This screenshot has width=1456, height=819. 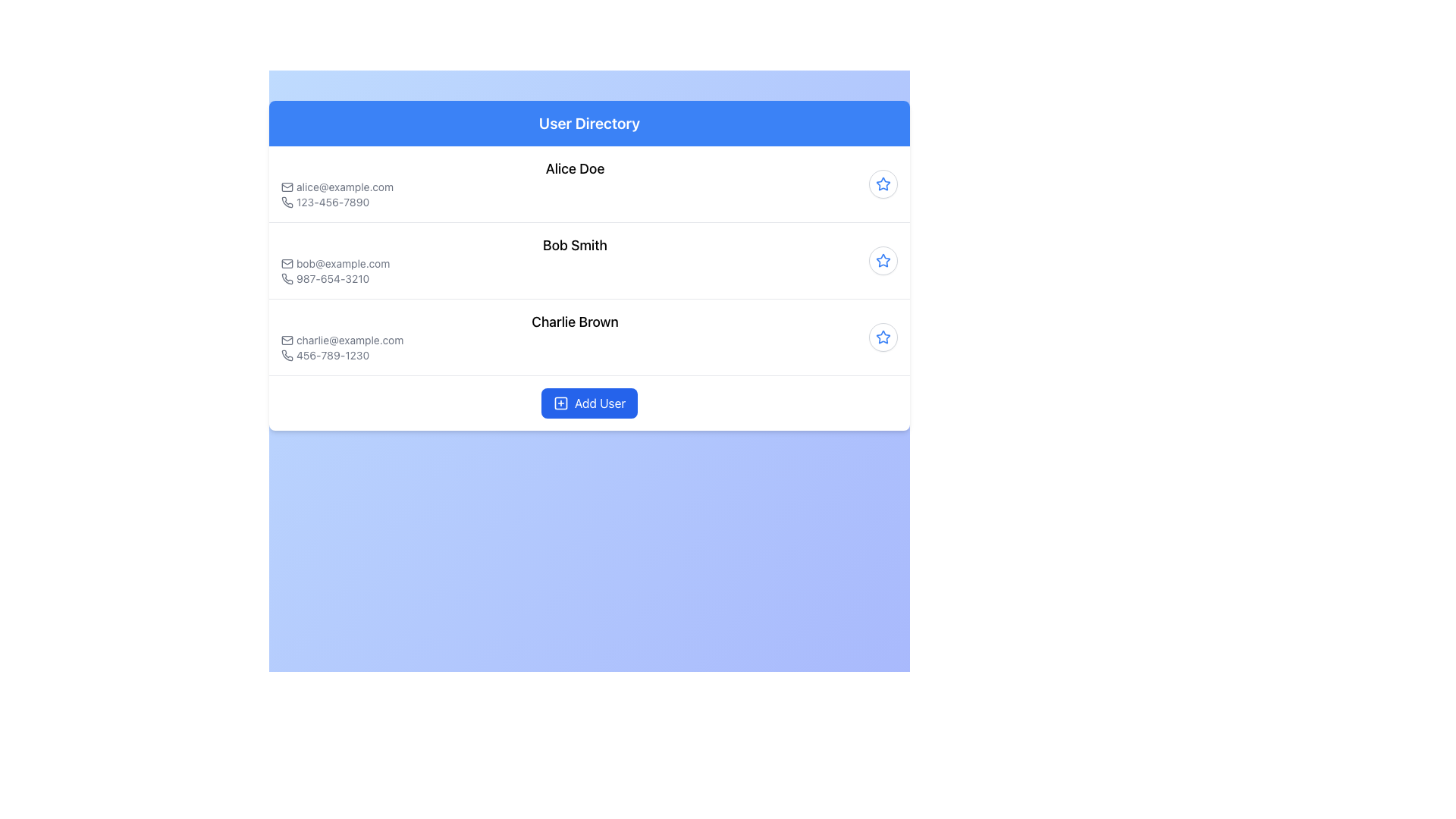 What do you see at coordinates (287, 186) in the screenshot?
I see `the email icon that visually indicates the email address 'alice@example.com', positioned at the start of the text line in the user details list` at bounding box center [287, 186].